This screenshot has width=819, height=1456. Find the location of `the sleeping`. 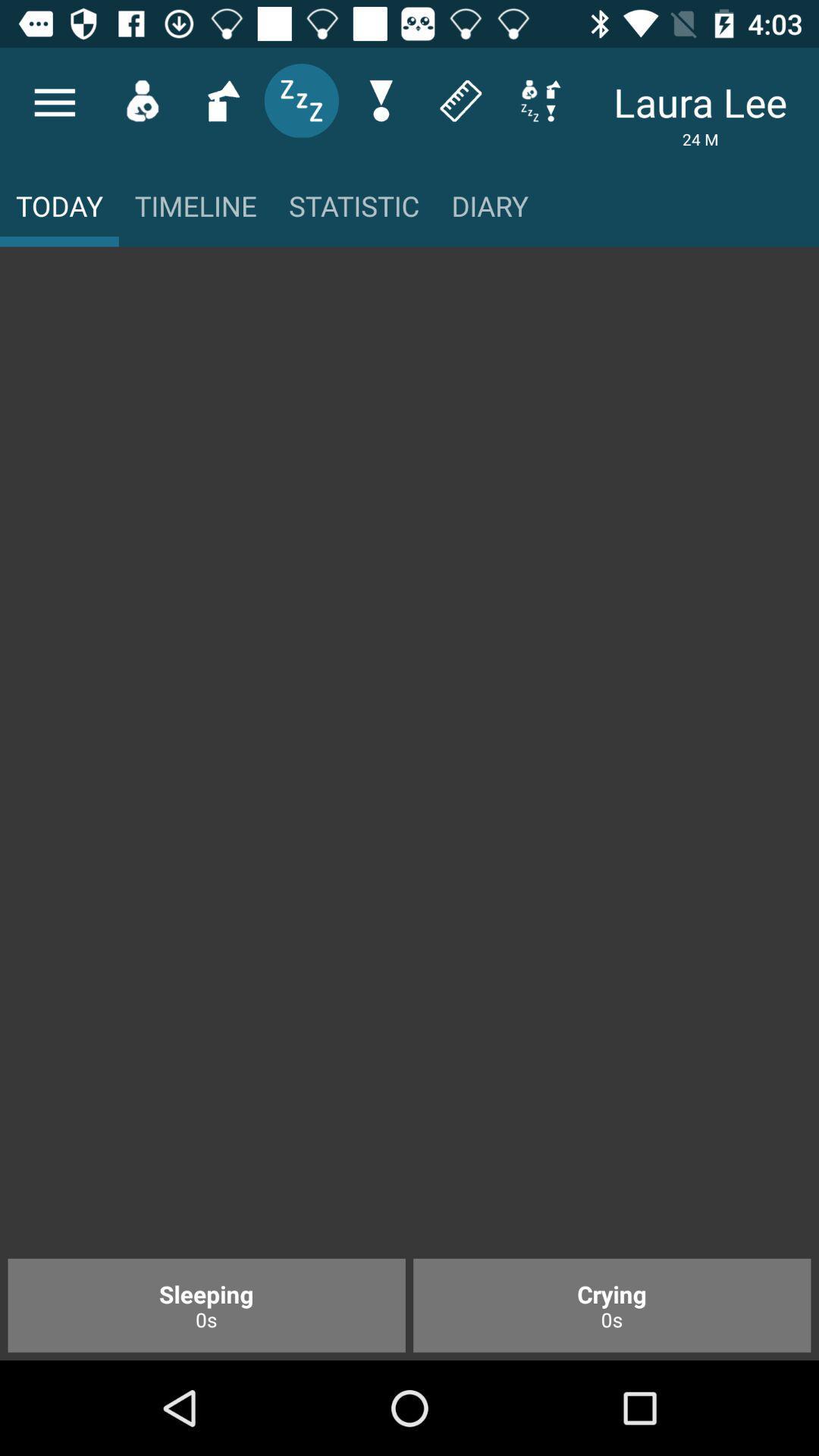

the sleeping is located at coordinates (206, 1304).